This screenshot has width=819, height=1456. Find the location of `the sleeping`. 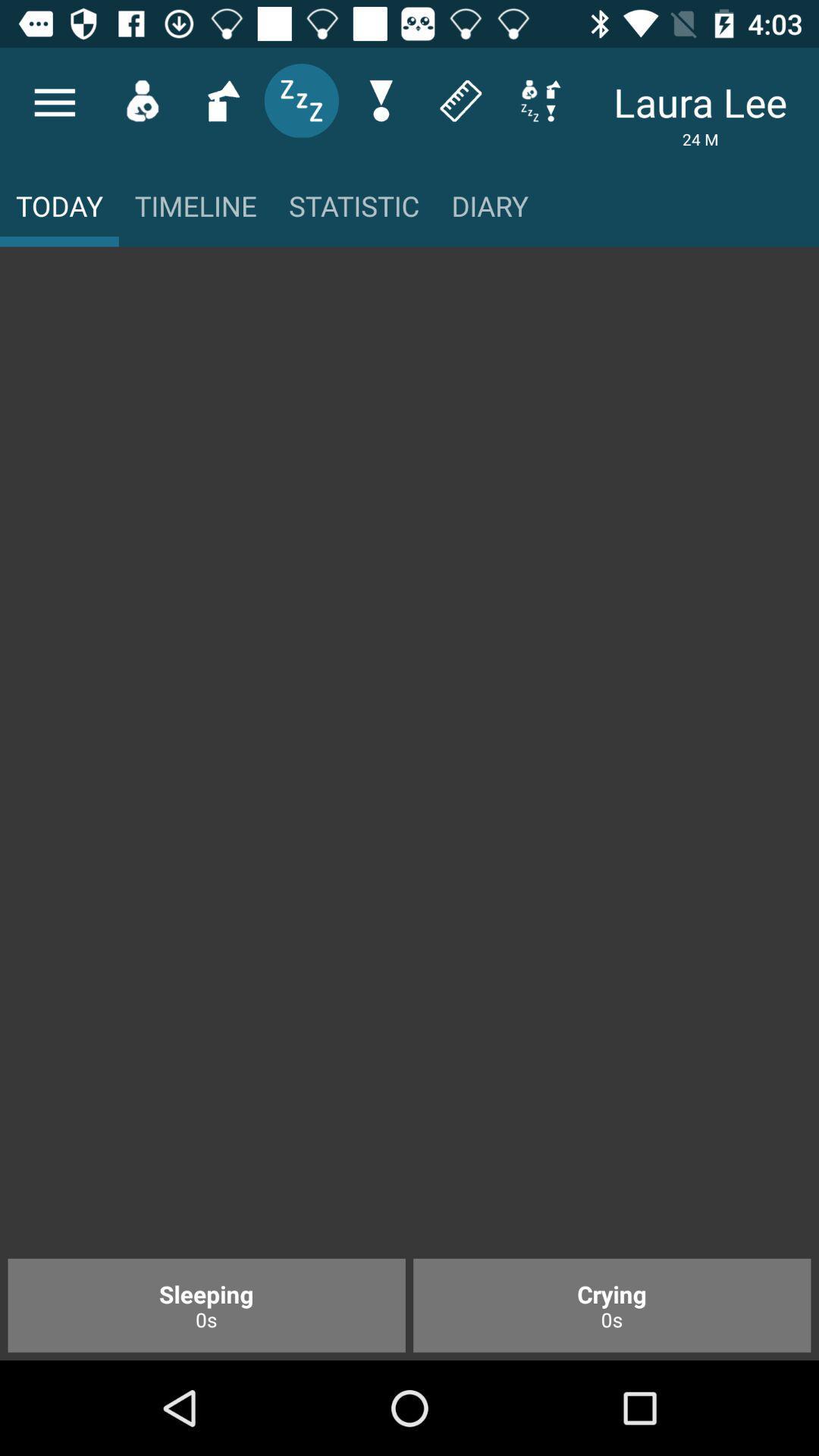

the sleeping is located at coordinates (206, 1304).